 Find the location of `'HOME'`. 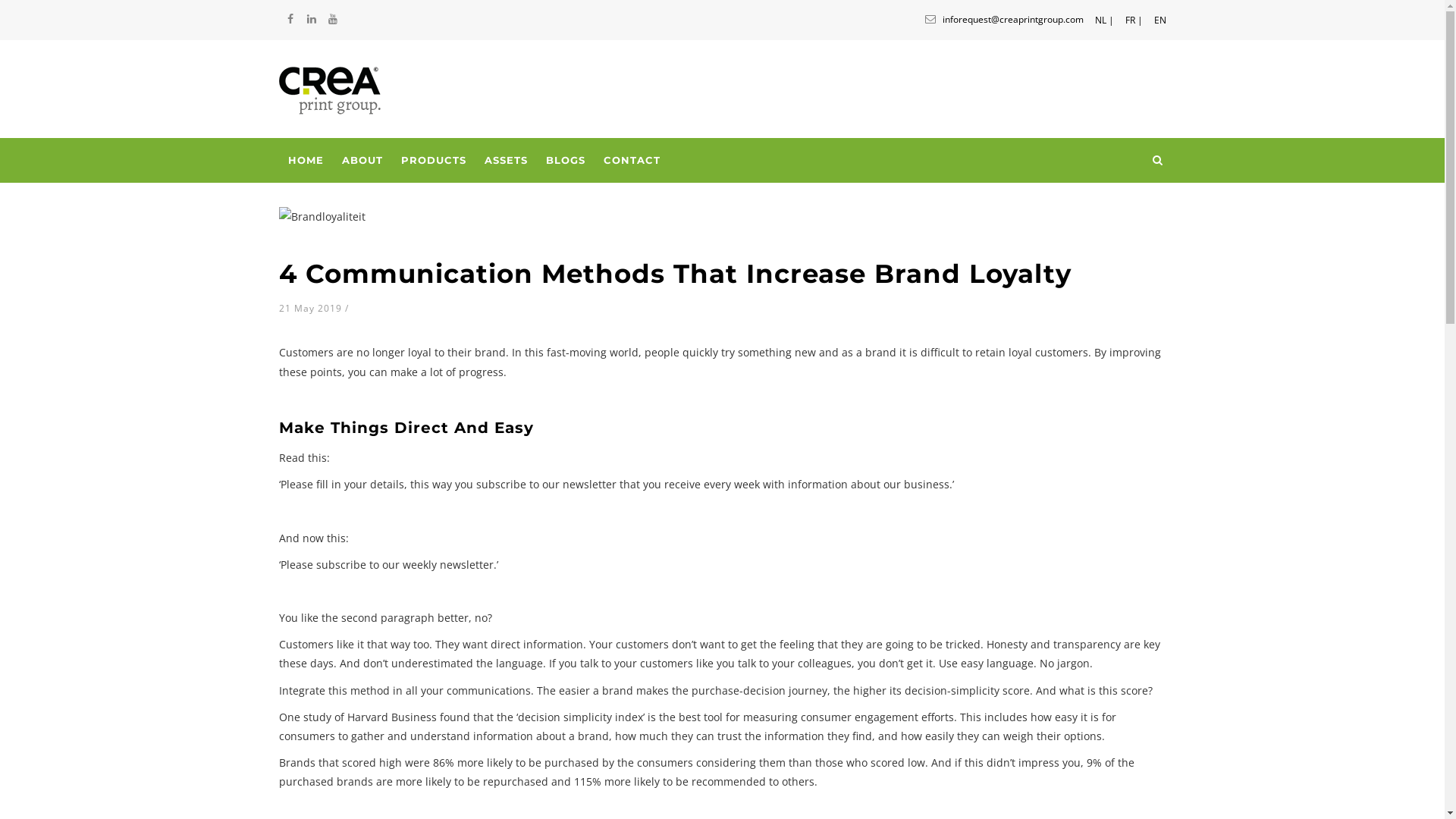

'HOME' is located at coordinates (287, 160).